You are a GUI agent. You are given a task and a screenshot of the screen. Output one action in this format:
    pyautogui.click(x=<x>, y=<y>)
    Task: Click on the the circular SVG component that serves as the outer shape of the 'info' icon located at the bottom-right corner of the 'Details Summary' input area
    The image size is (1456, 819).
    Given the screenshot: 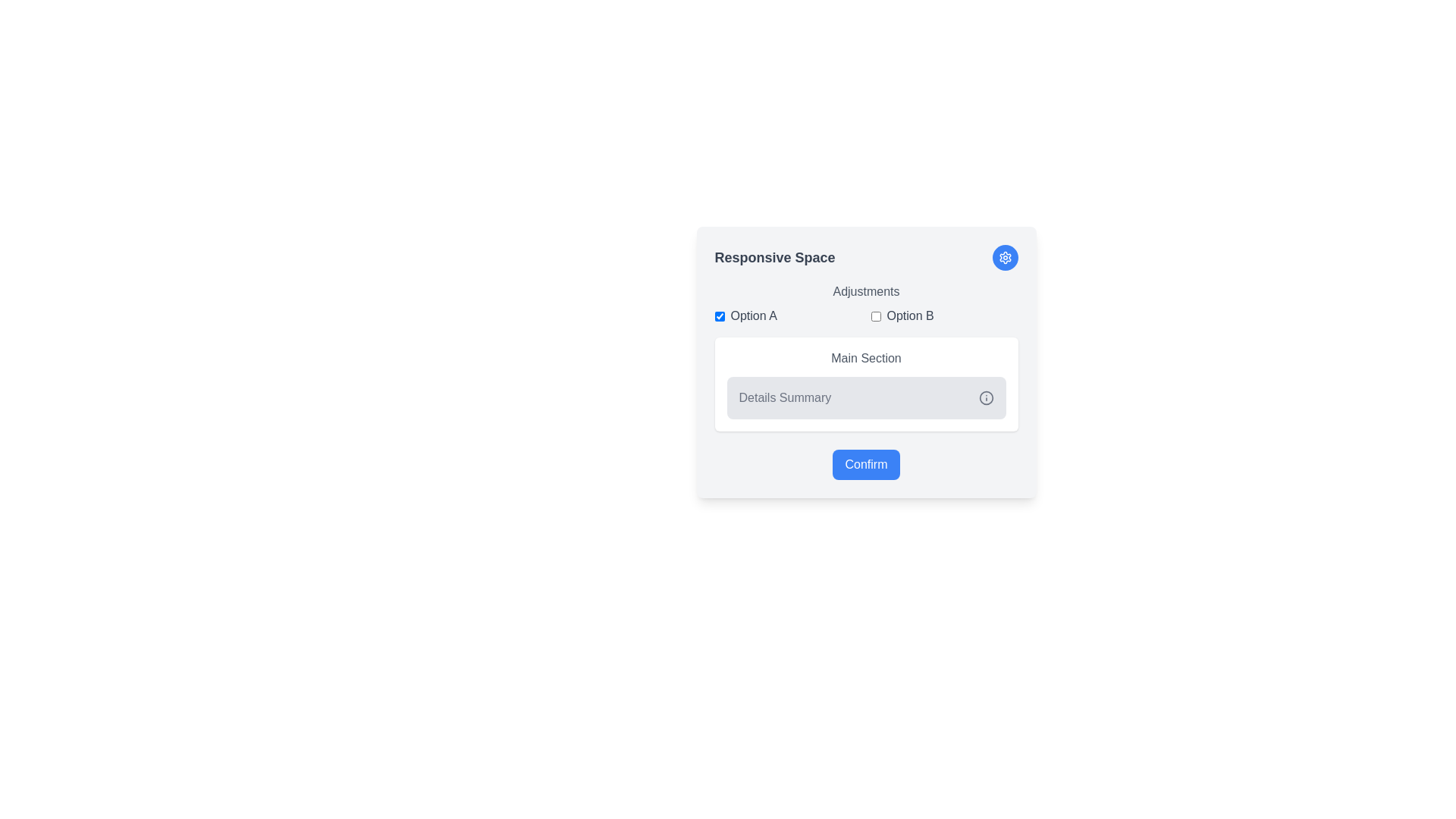 What is the action you would take?
    pyautogui.click(x=986, y=397)
    